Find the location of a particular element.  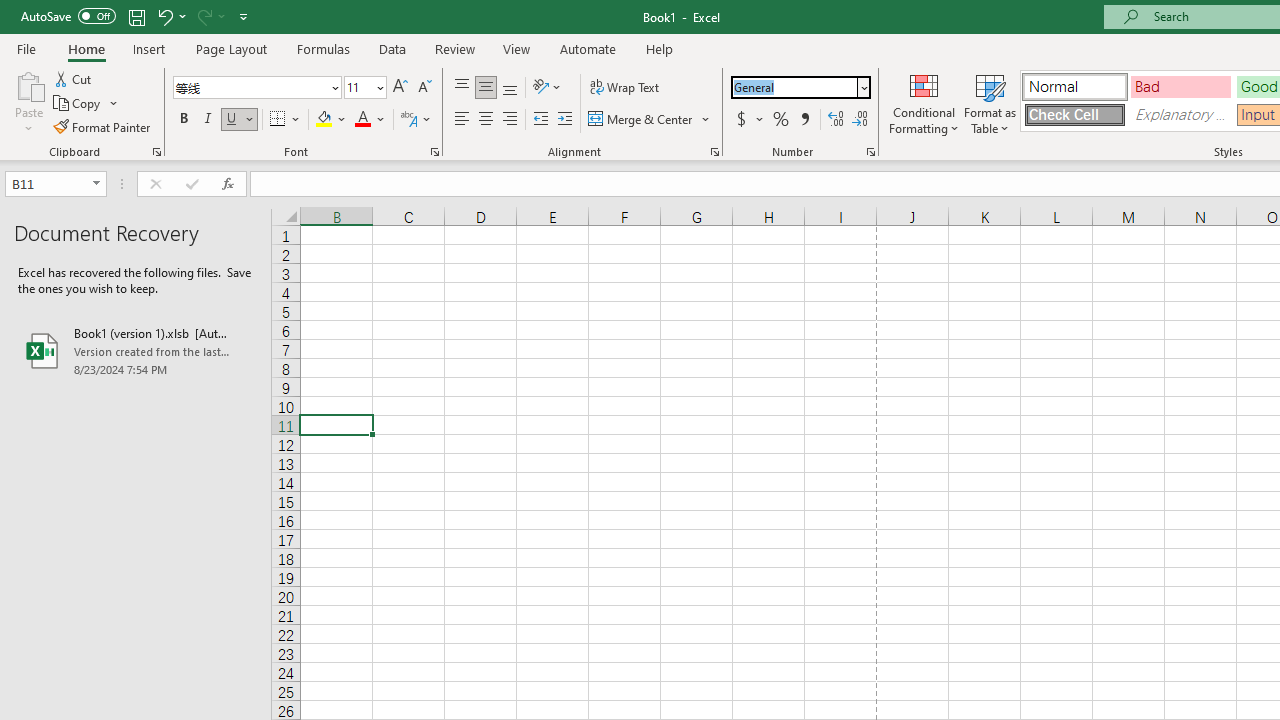

'Font Color' is located at coordinates (370, 119).